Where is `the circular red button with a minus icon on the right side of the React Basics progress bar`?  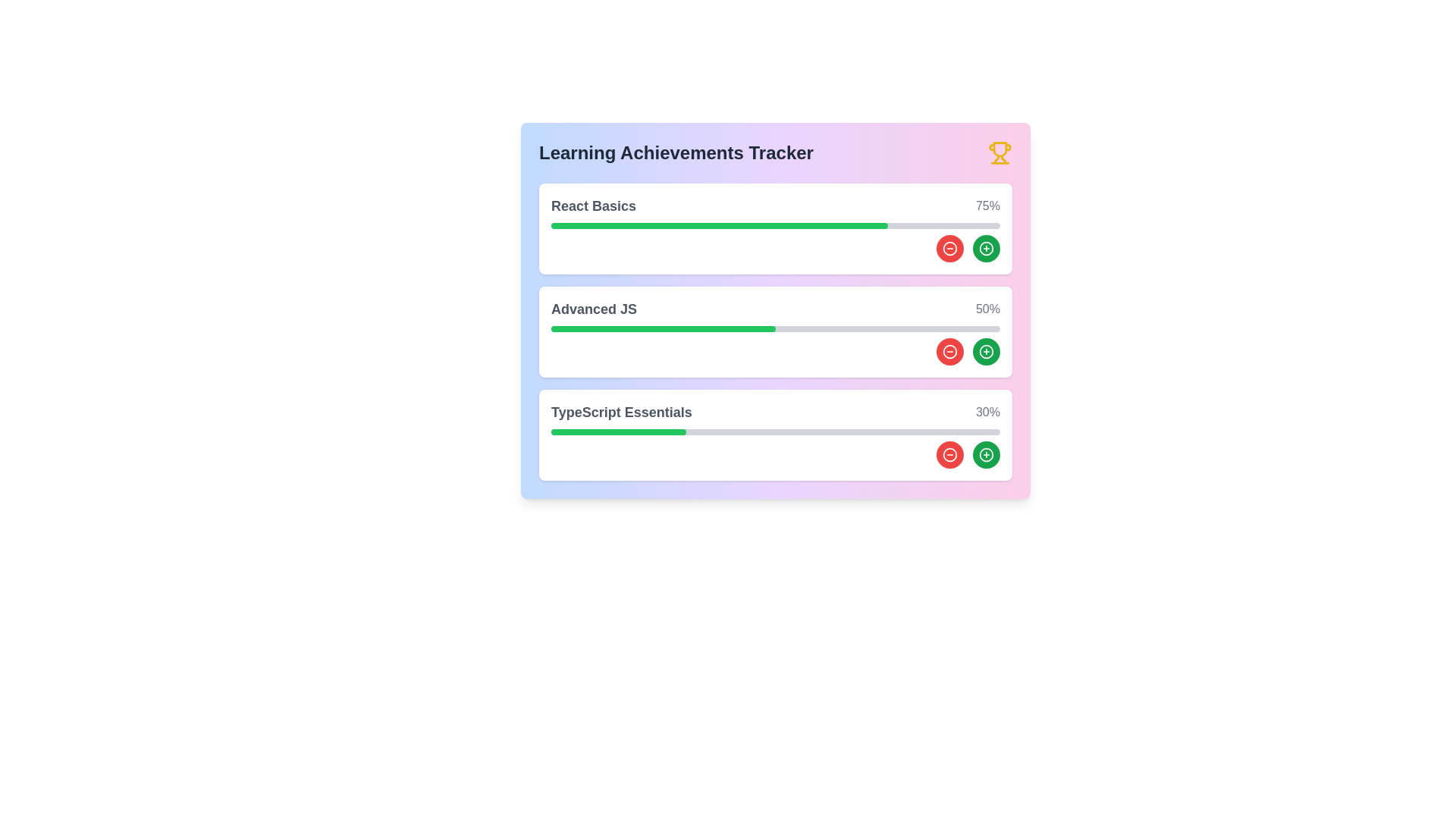 the circular red button with a minus icon on the right side of the React Basics progress bar is located at coordinates (949, 247).